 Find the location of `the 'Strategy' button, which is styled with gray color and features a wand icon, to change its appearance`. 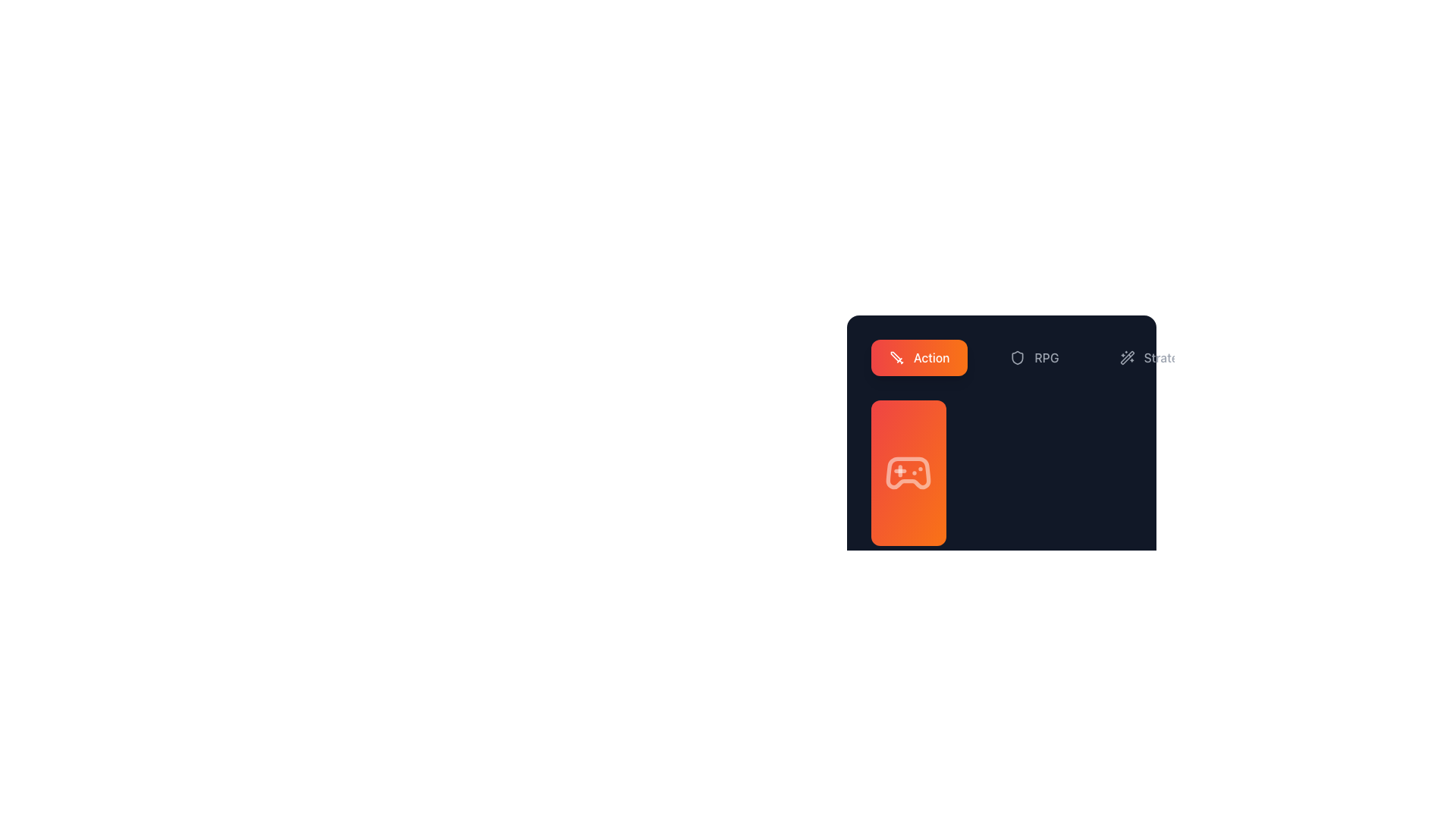

the 'Strategy' button, which is styled with gray color and features a wand icon, to change its appearance is located at coordinates (1155, 357).